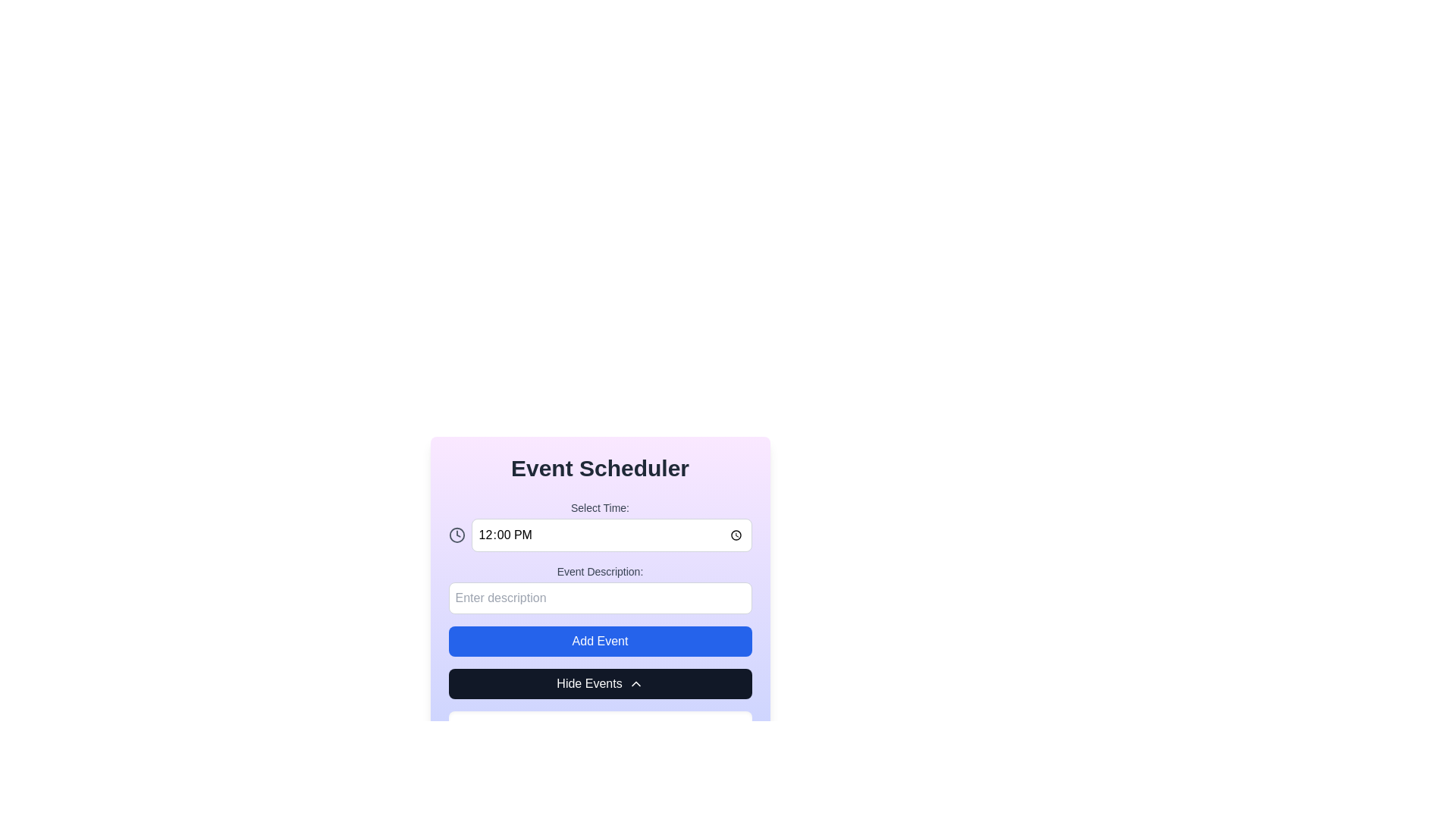  Describe the element at coordinates (611, 534) in the screenshot. I see `the Time Input Field located within the 'Select Time:' interface to focus on it` at that location.